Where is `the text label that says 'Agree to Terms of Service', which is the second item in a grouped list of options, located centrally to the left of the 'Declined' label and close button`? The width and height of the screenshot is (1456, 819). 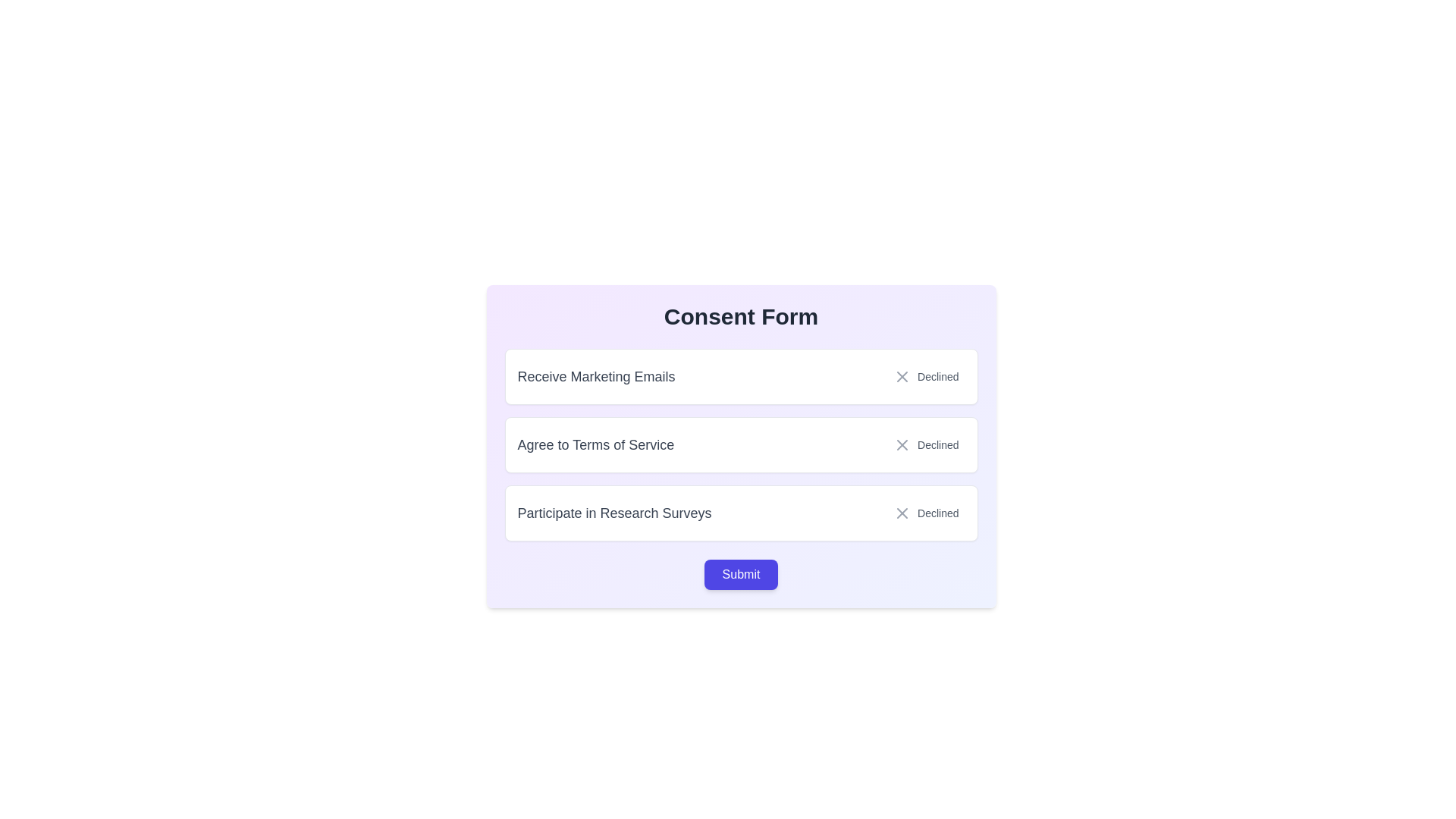
the text label that says 'Agree to Terms of Service', which is the second item in a grouped list of options, located centrally to the left of the 'Declined' label and close button is located at coordinates (595, 444).